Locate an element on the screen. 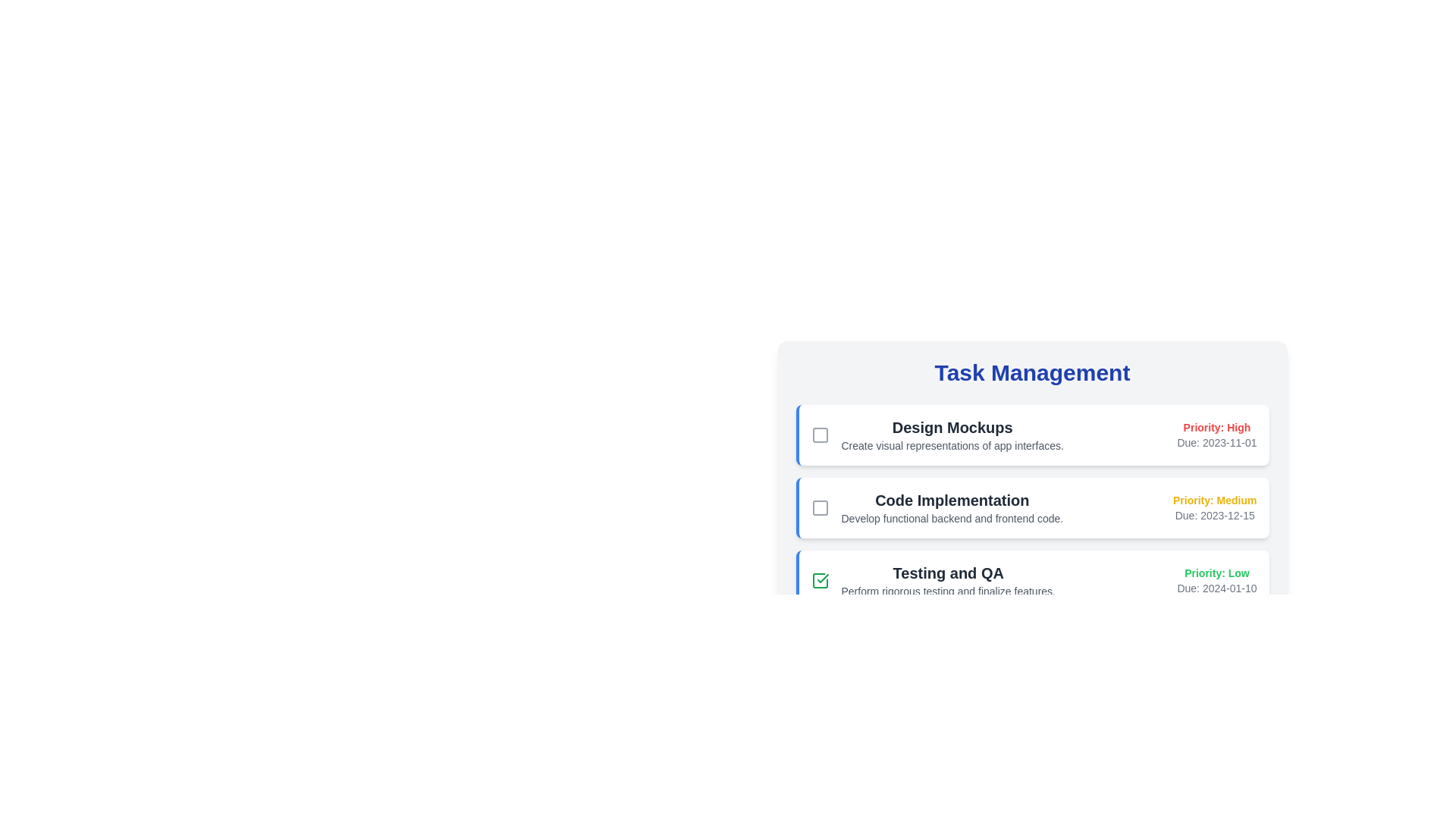 The image size is (1456, 819). the 'Medium' priority level static label located at the upper part of the 'Code Implementation' task card, adjacent to the 'Due: 2023-12-15' text is located at coordinates (1215, 500).